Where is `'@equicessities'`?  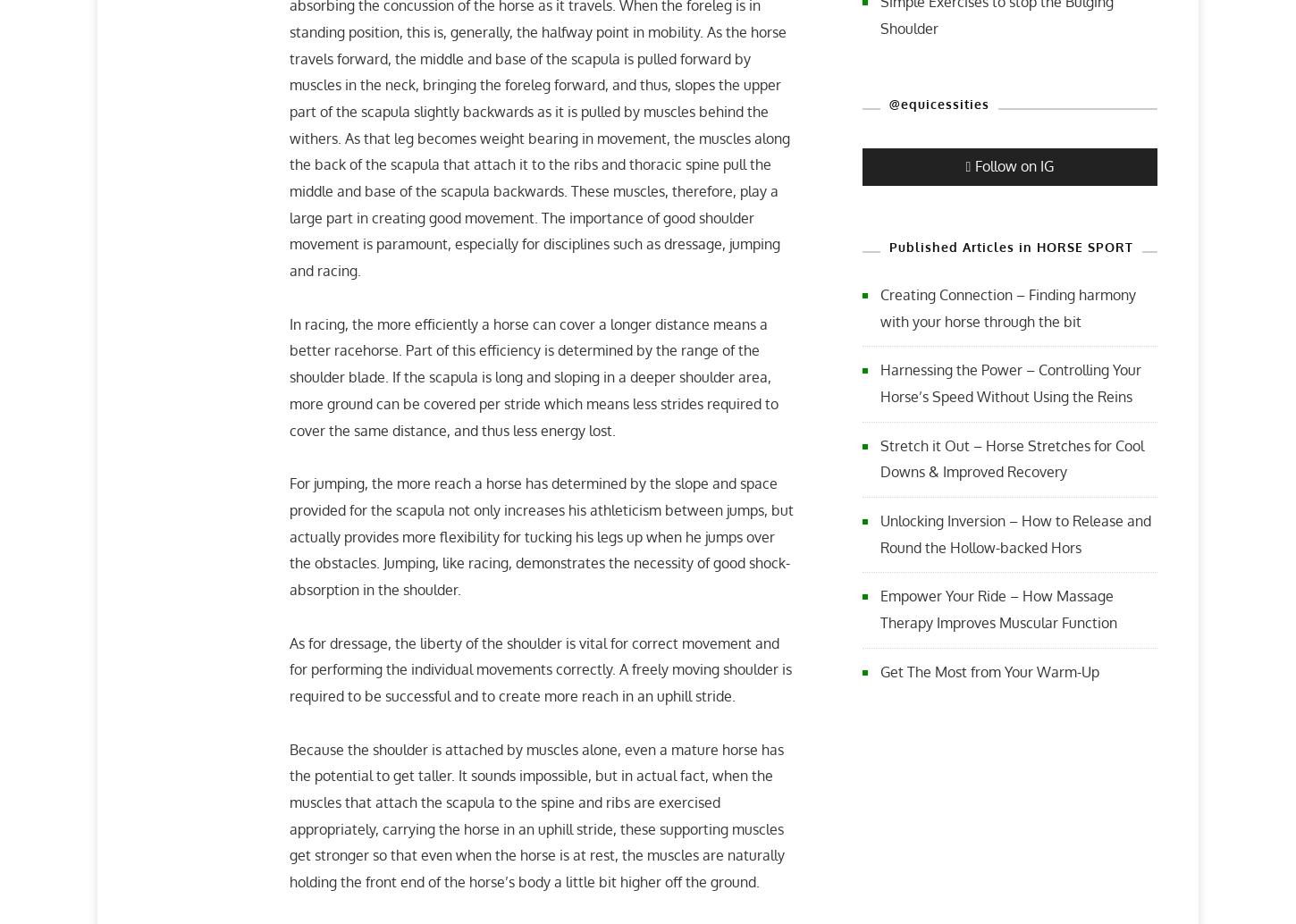 '@equicessities' is located at coordinates (888, 103).